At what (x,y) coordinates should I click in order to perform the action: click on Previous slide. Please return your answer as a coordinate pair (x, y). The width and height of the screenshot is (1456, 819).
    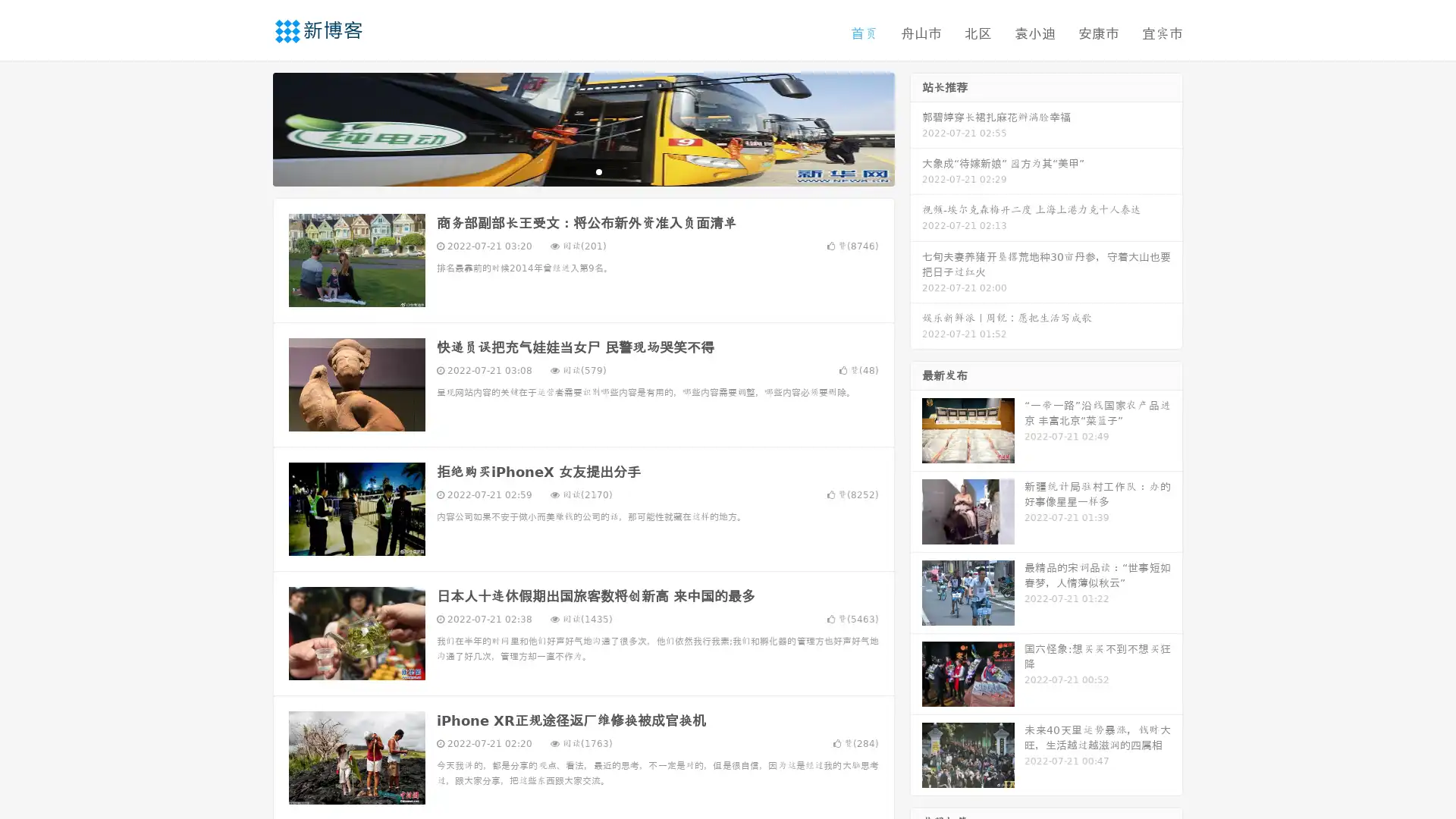
    Looking at the image, I should click on (250, 127).